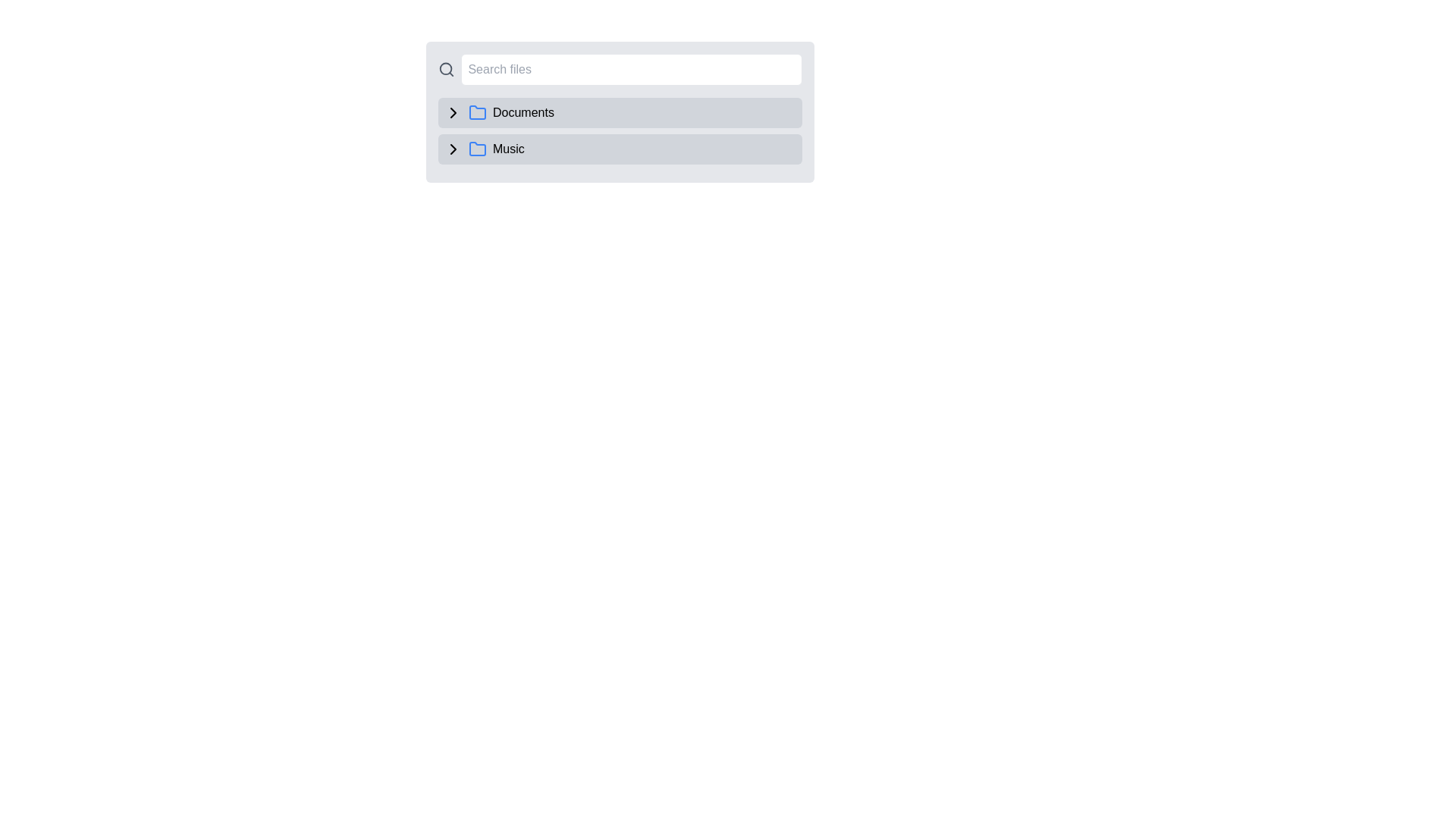 The height and width of the screenshot is (819, 1456). Describe the element at coordinates (476, 149) in the screenshot. I see `the blue folder icon located next` at that location.